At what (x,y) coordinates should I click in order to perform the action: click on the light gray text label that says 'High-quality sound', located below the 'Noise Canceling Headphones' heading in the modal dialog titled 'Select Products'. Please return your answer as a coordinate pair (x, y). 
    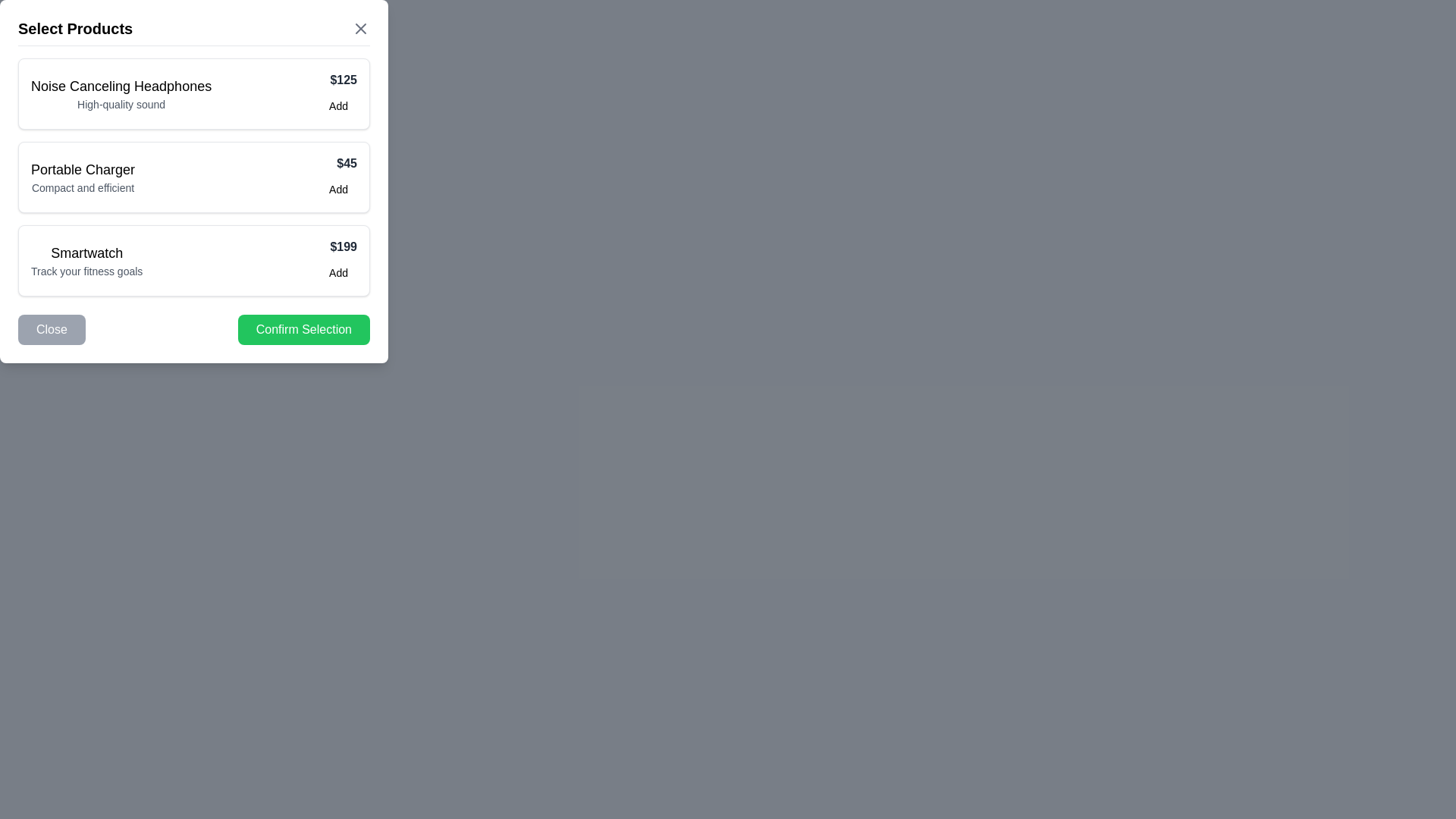
    Looking at the image, I should click on (121, 104).